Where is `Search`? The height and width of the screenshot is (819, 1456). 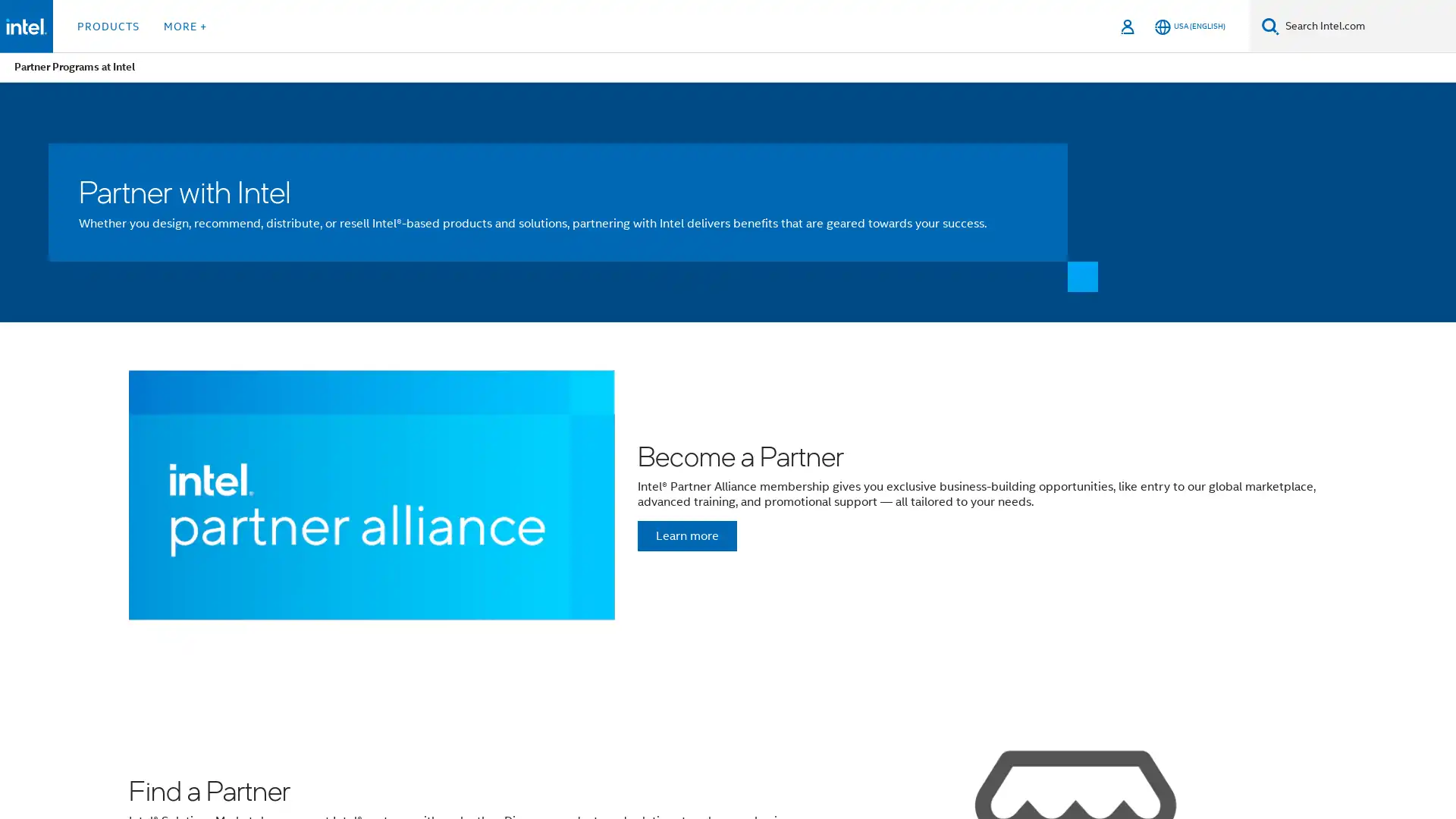 Search is located at coordinates (1270, 26).